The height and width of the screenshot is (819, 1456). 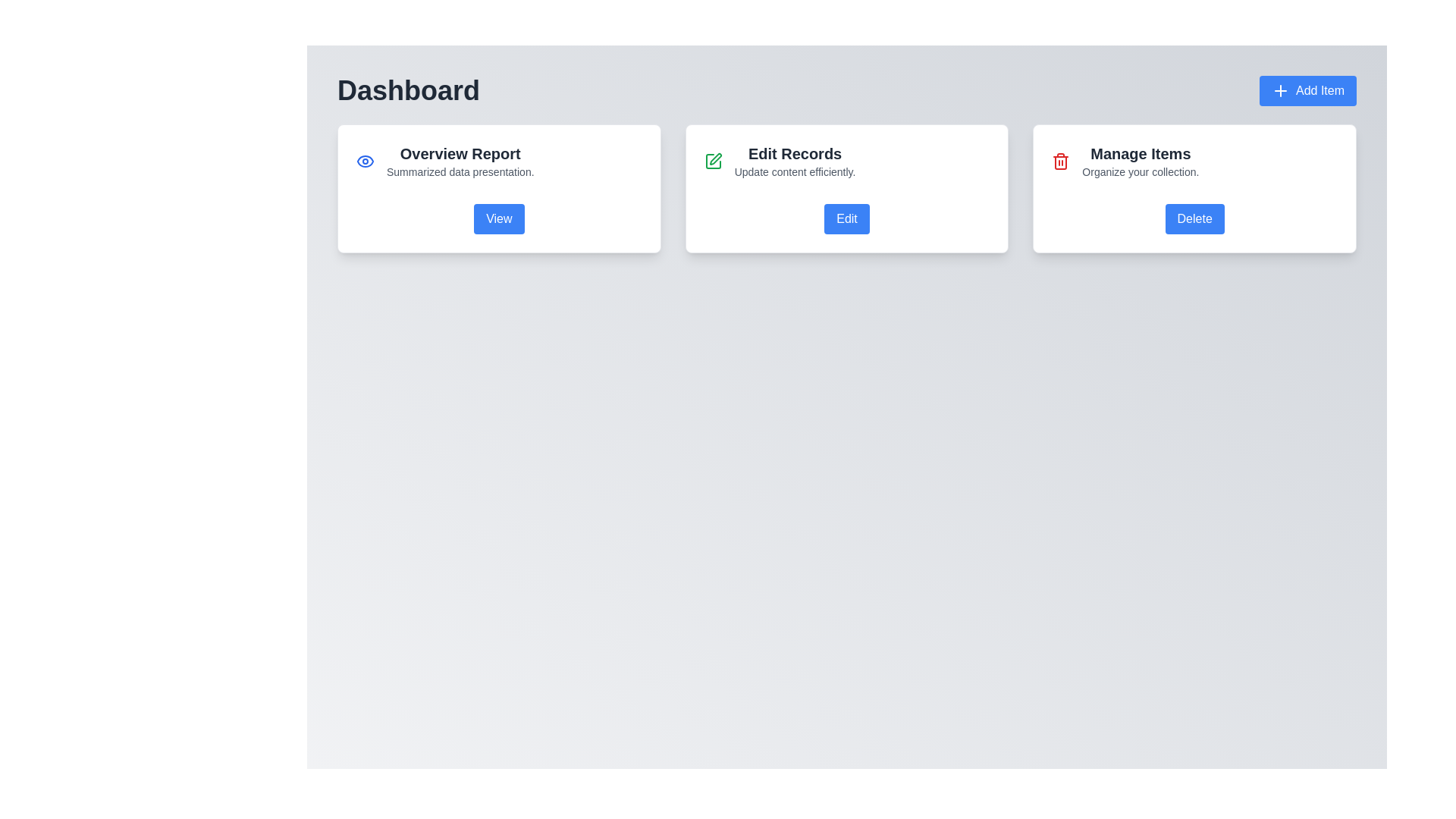 I want to click on the blue button labeled 'View' with rounded corners at the bottom center of the 'Overview Report' card to trigger a visual change, so click(x=499, y=219).